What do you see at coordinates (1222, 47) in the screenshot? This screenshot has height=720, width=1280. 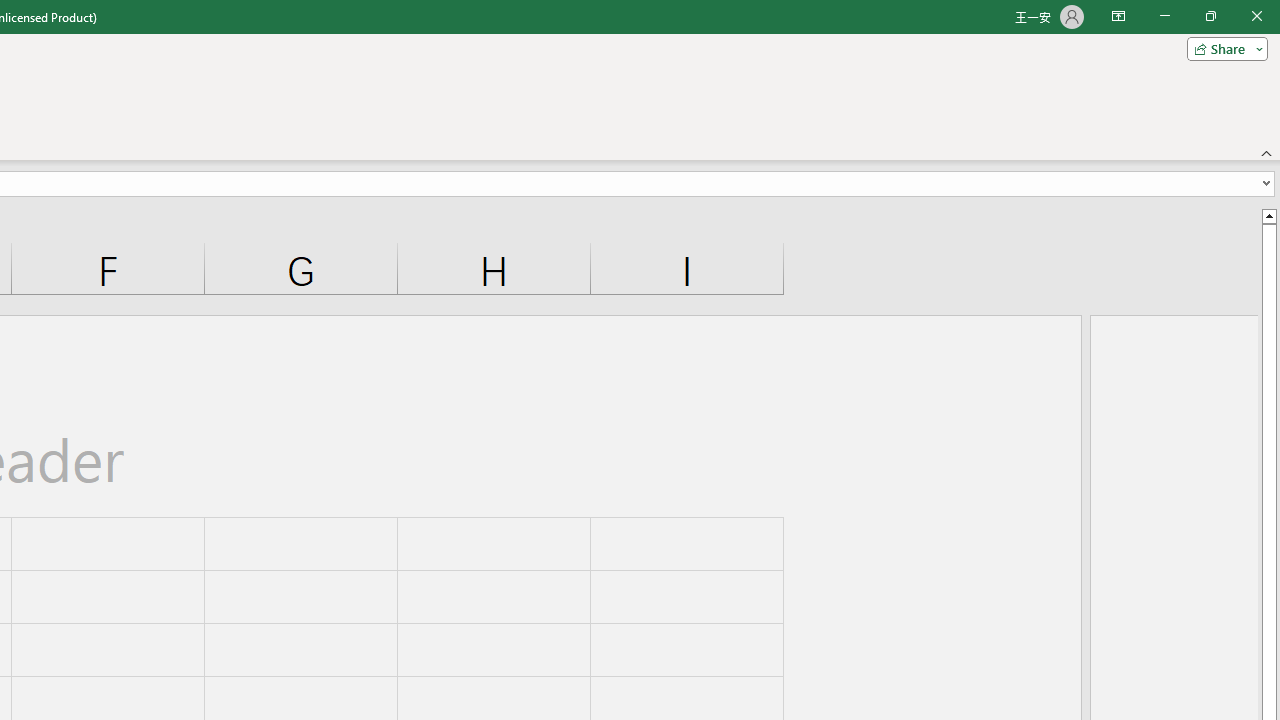 I see `'Share'` at bounding box center [1222, 47].